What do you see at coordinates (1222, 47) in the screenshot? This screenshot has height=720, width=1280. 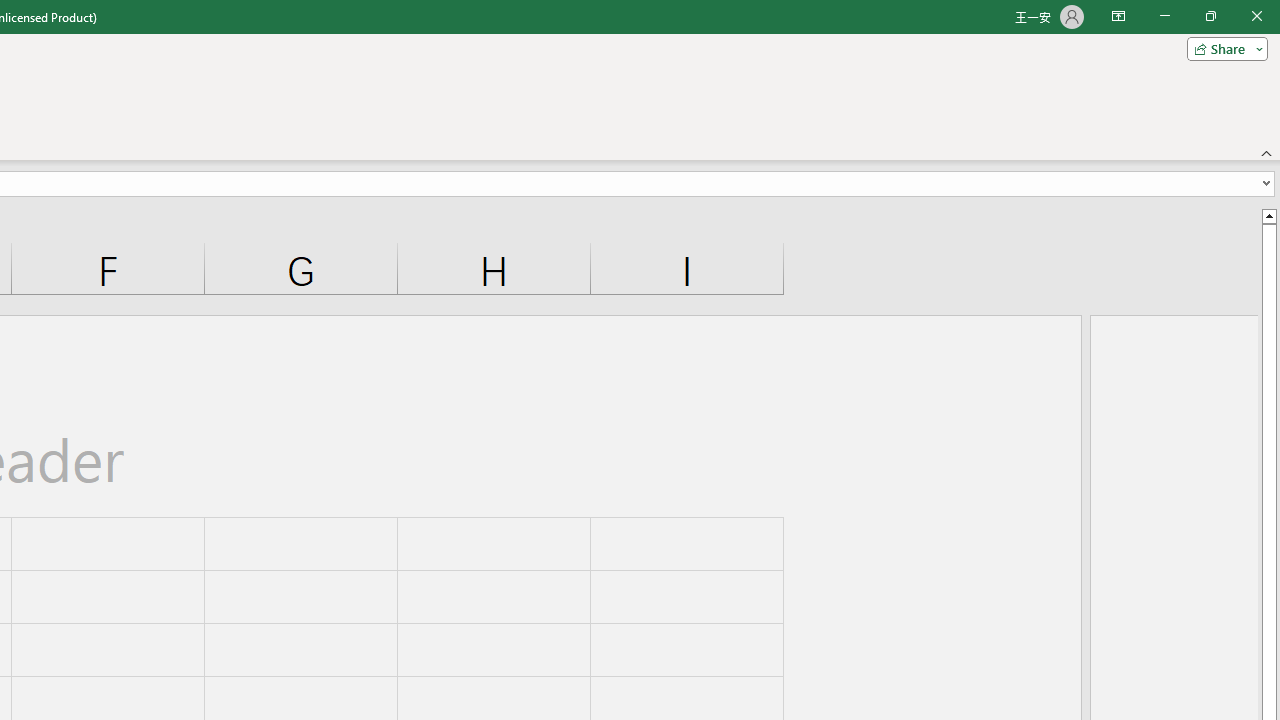 I see `'Share'` at bounding box center [1222, 47].